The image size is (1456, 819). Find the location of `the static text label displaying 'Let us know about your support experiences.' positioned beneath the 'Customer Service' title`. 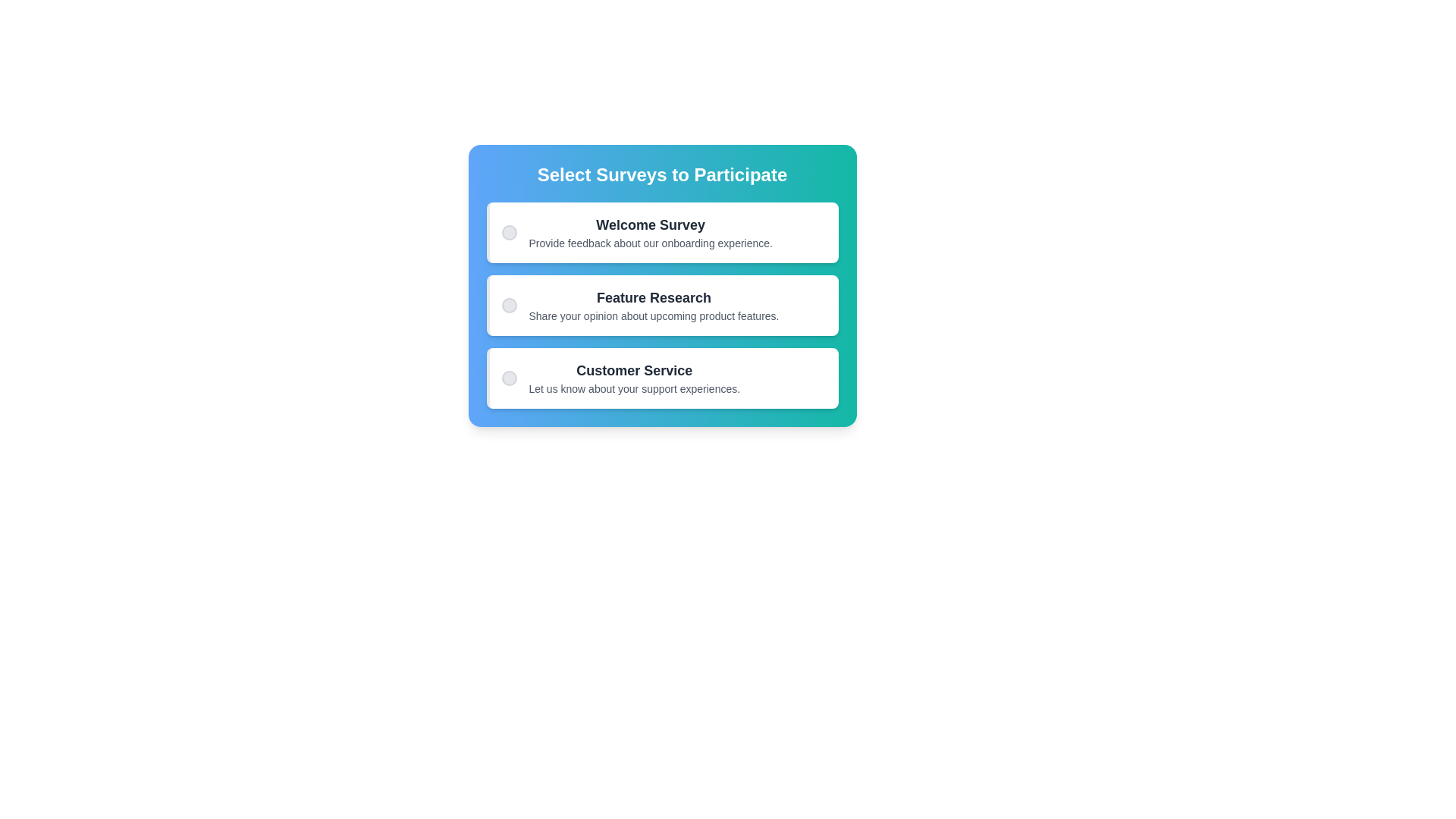

the static text label displaying 'Let us know about your support experiences.' positioned beneath the 'Customer Service' title is located at coordinates (634, 388).